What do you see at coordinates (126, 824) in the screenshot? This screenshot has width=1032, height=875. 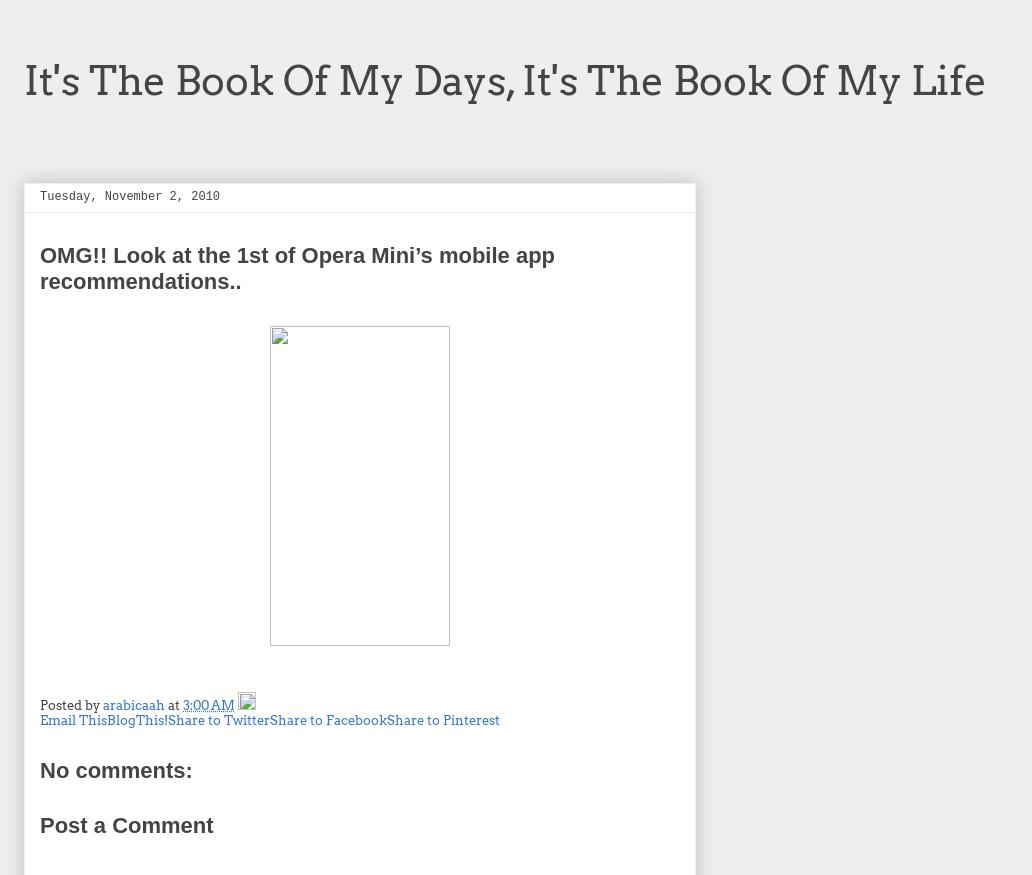 I see `'Post a Comment'` at bounding box center [126, 824].